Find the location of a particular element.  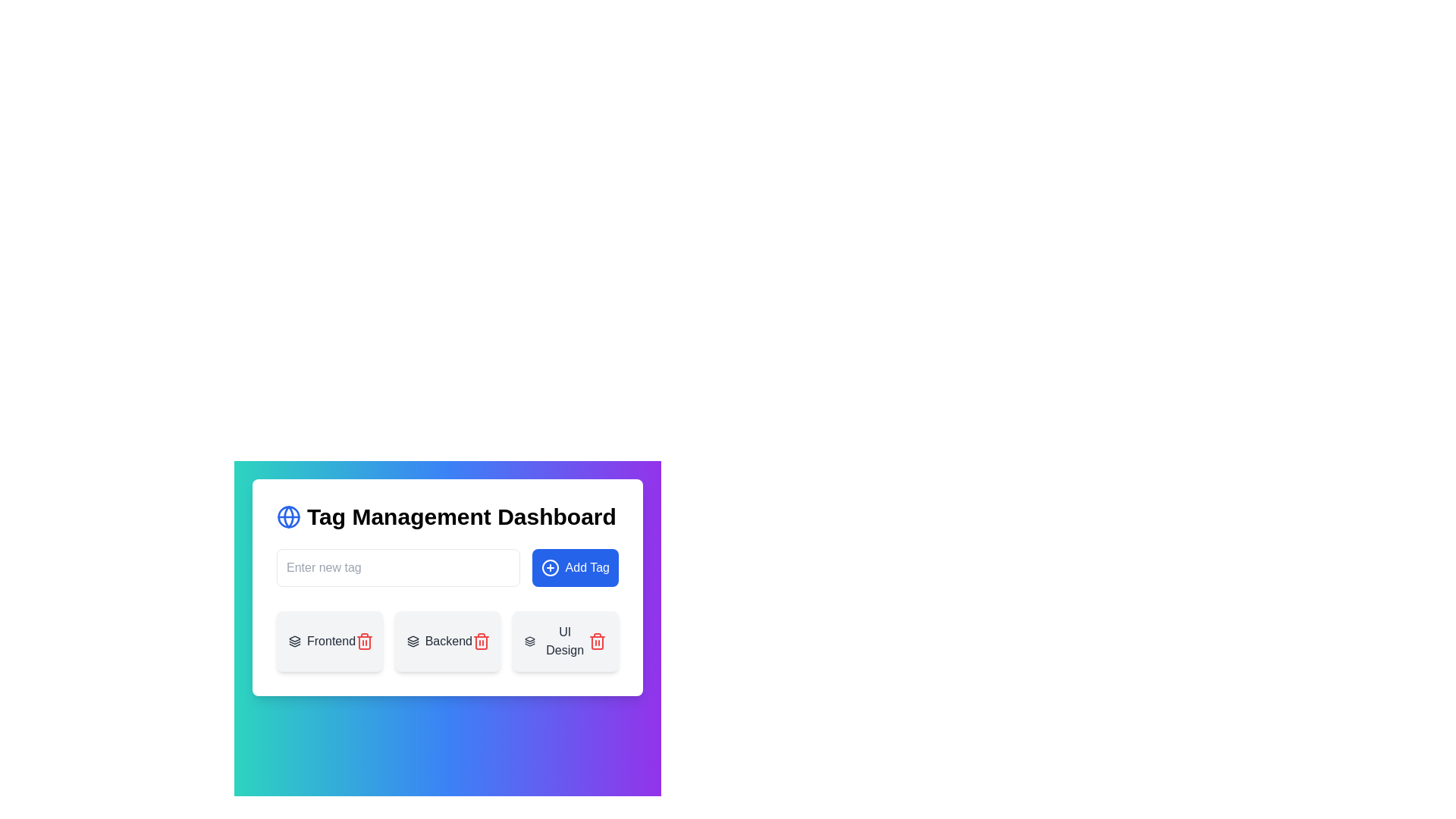

the label containing the icon and text 'UI Design', which is the third item in a horizontal row of tags in the 'Tag Management Dashboard' is located at coordinates (556, 641).